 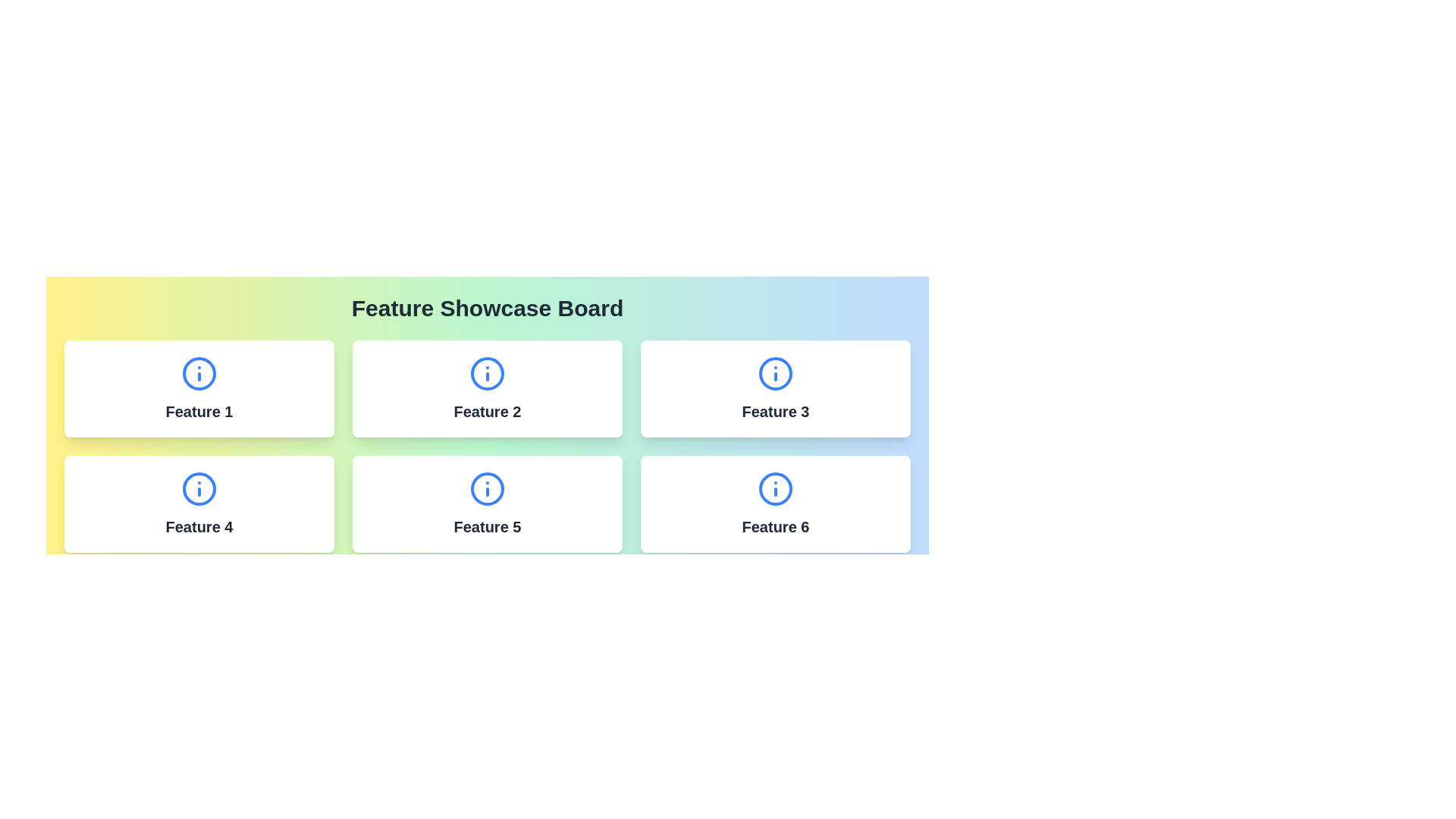 I want to click on the circular information icon with a blue border and 'i' symbol, located in the first feature box of the second row in the grid layout, so click(x=199, y=488).